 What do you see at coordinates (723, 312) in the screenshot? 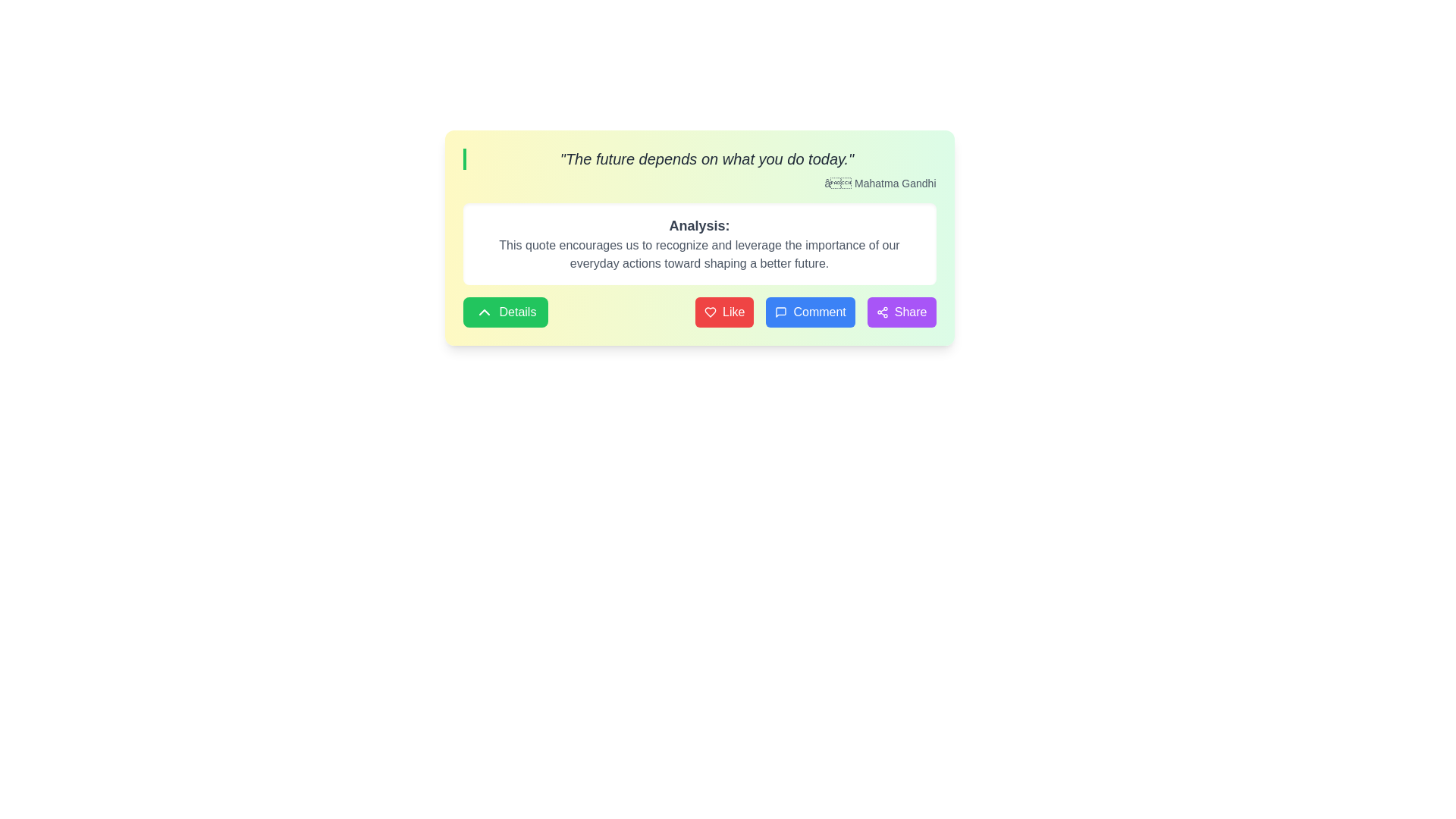
I see `the 'Like' button, which is the first button in a horizontal sequence of three buttons located centrally at the bottom of a rectangular card, to like the associated content` at bounding box center [723, 312].